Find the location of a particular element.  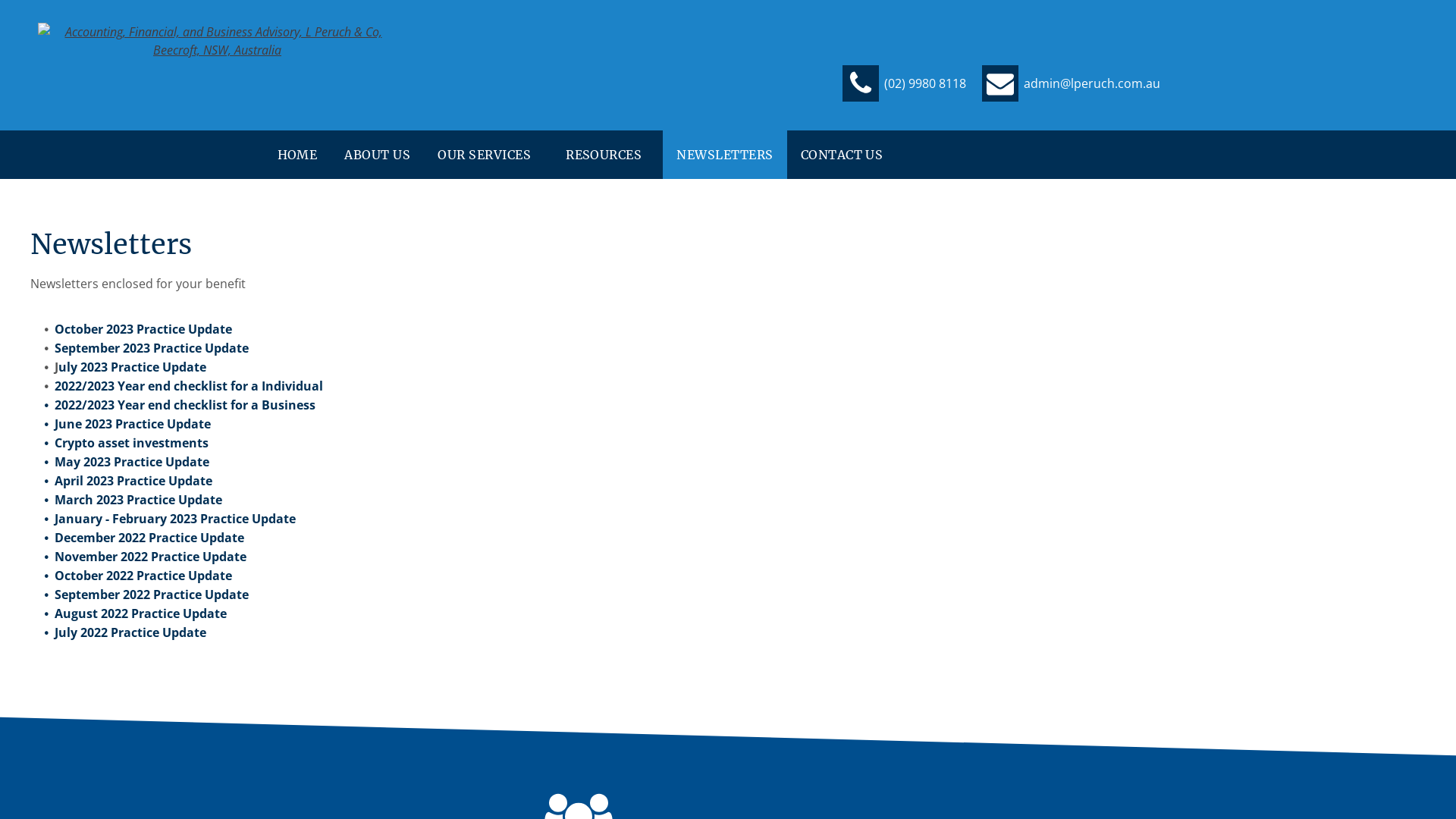

'2022/2023 Year end checklist for a Business' is located at coordinates (184, 403).